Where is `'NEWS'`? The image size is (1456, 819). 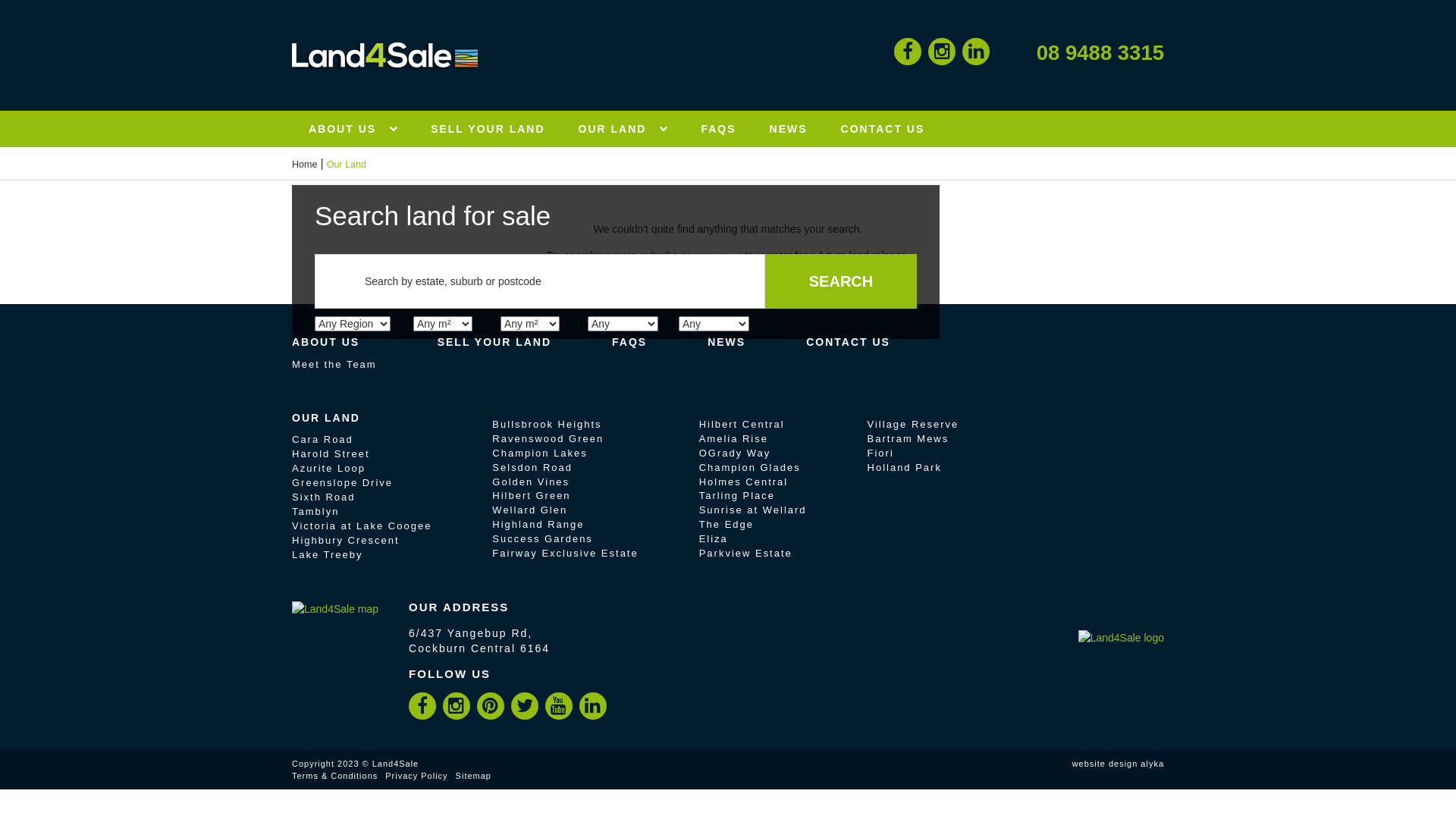
'NEWS' is located at coordinates (726, 342).